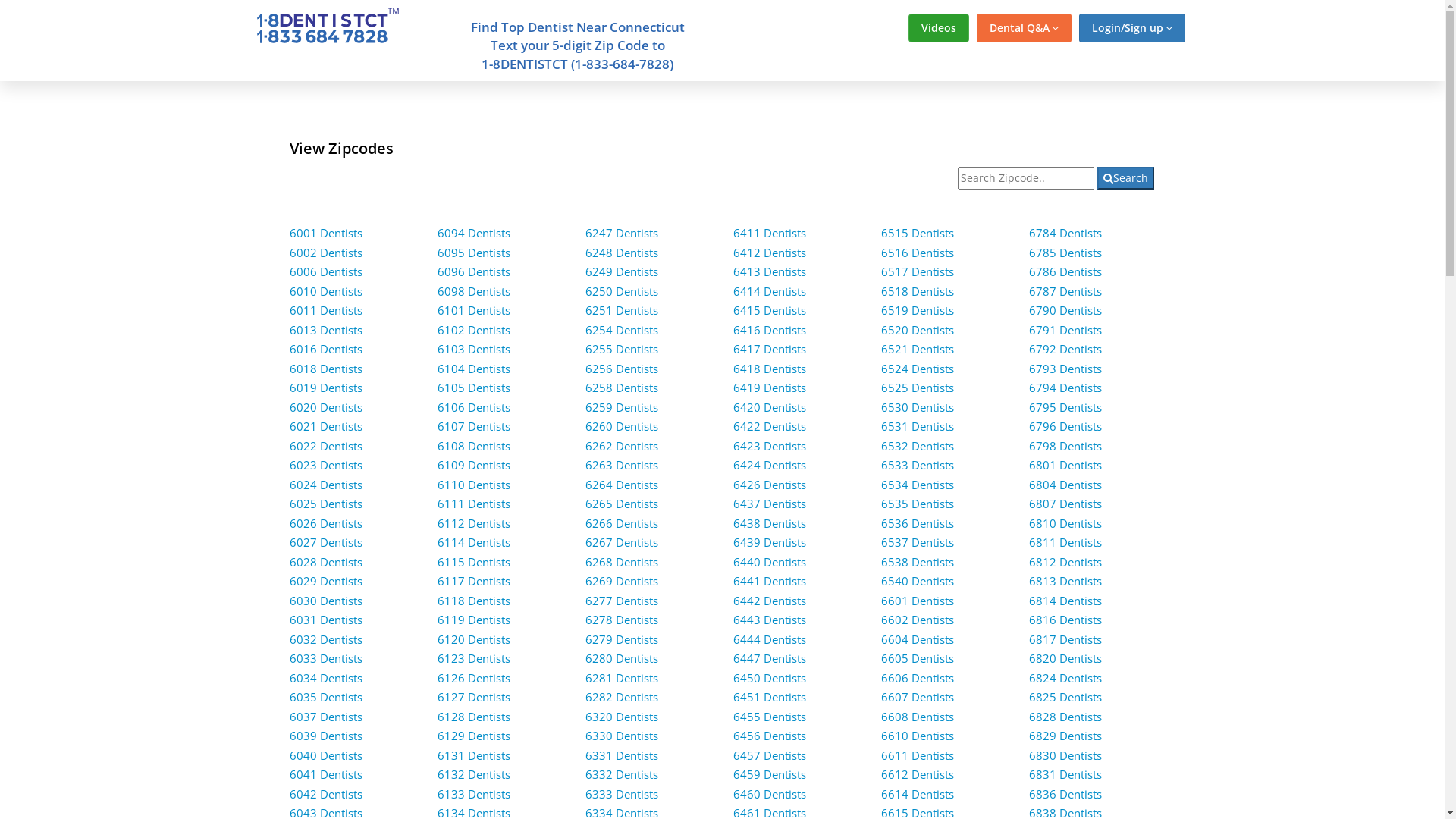 The height and width of the screenshot is (819, 1456). I want to click on '6114 Dentists', so click(472, 541).